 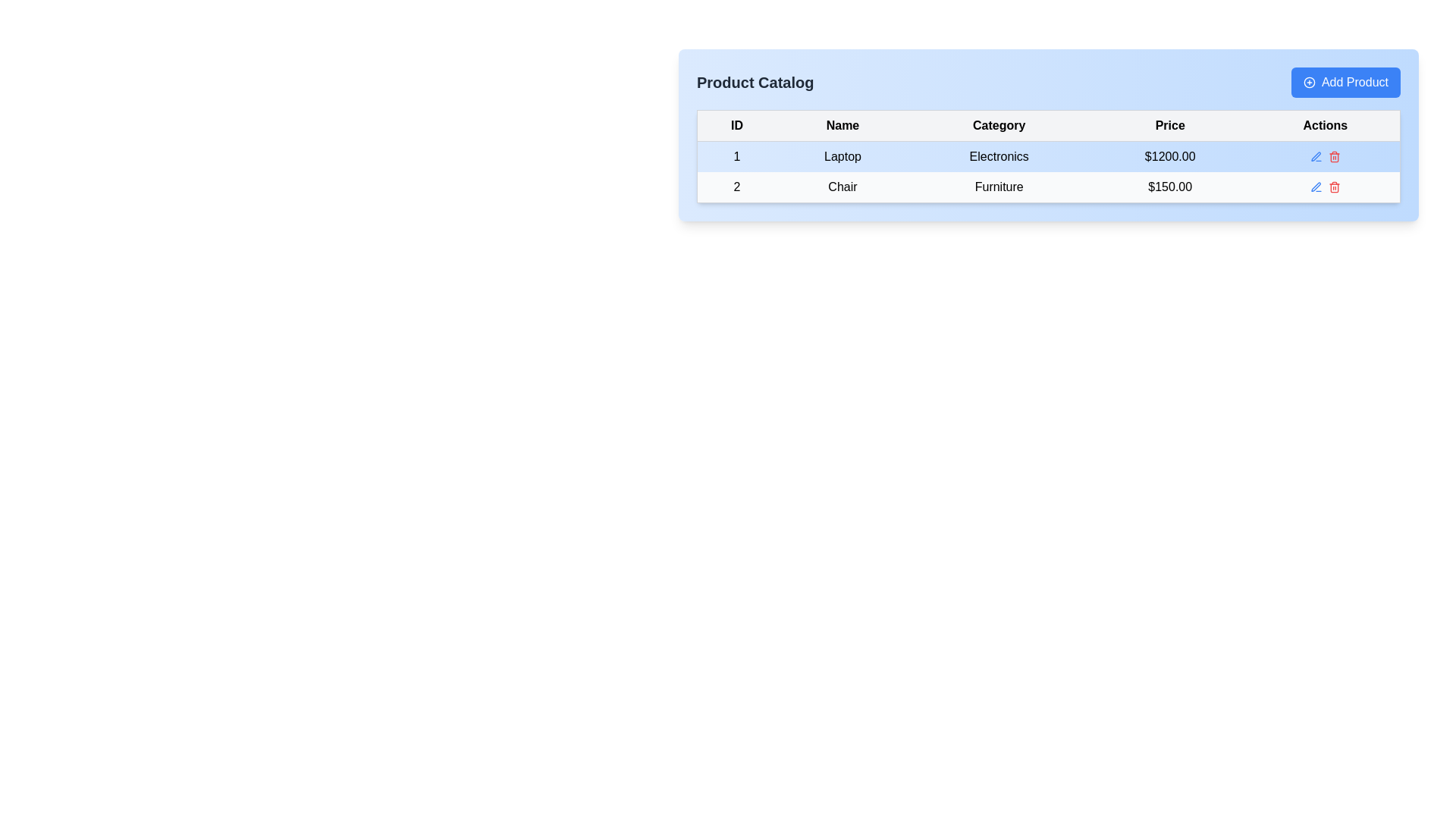 I want to click on the Text display field showing the price '$150.00' located in the second row of the product table under the 'Price' column, so click(x=1169, y=187).